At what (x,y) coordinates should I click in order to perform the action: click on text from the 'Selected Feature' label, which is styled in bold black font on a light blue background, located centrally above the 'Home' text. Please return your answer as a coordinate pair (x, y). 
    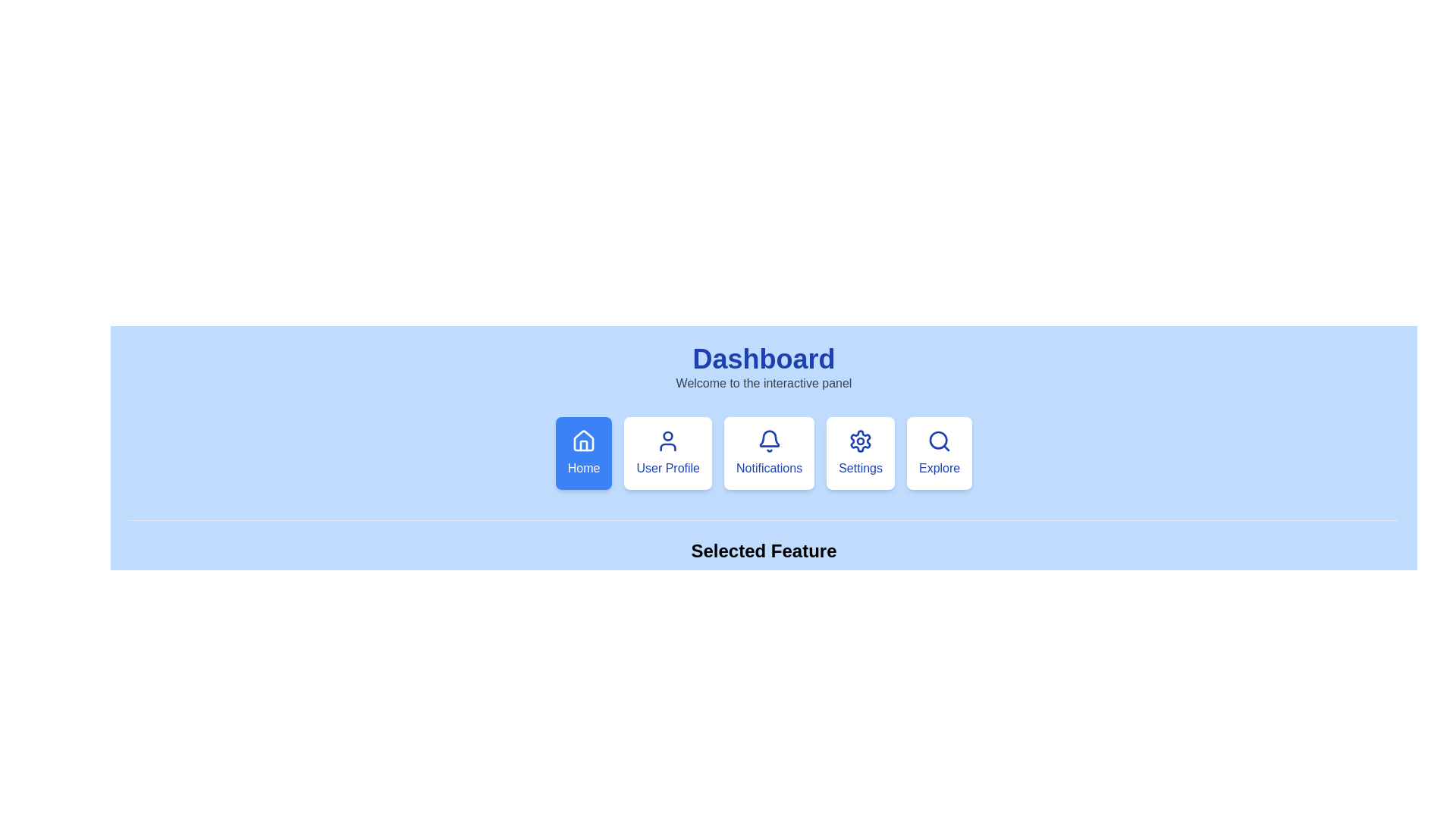
    Looking at the image, I should click on (764, 551).